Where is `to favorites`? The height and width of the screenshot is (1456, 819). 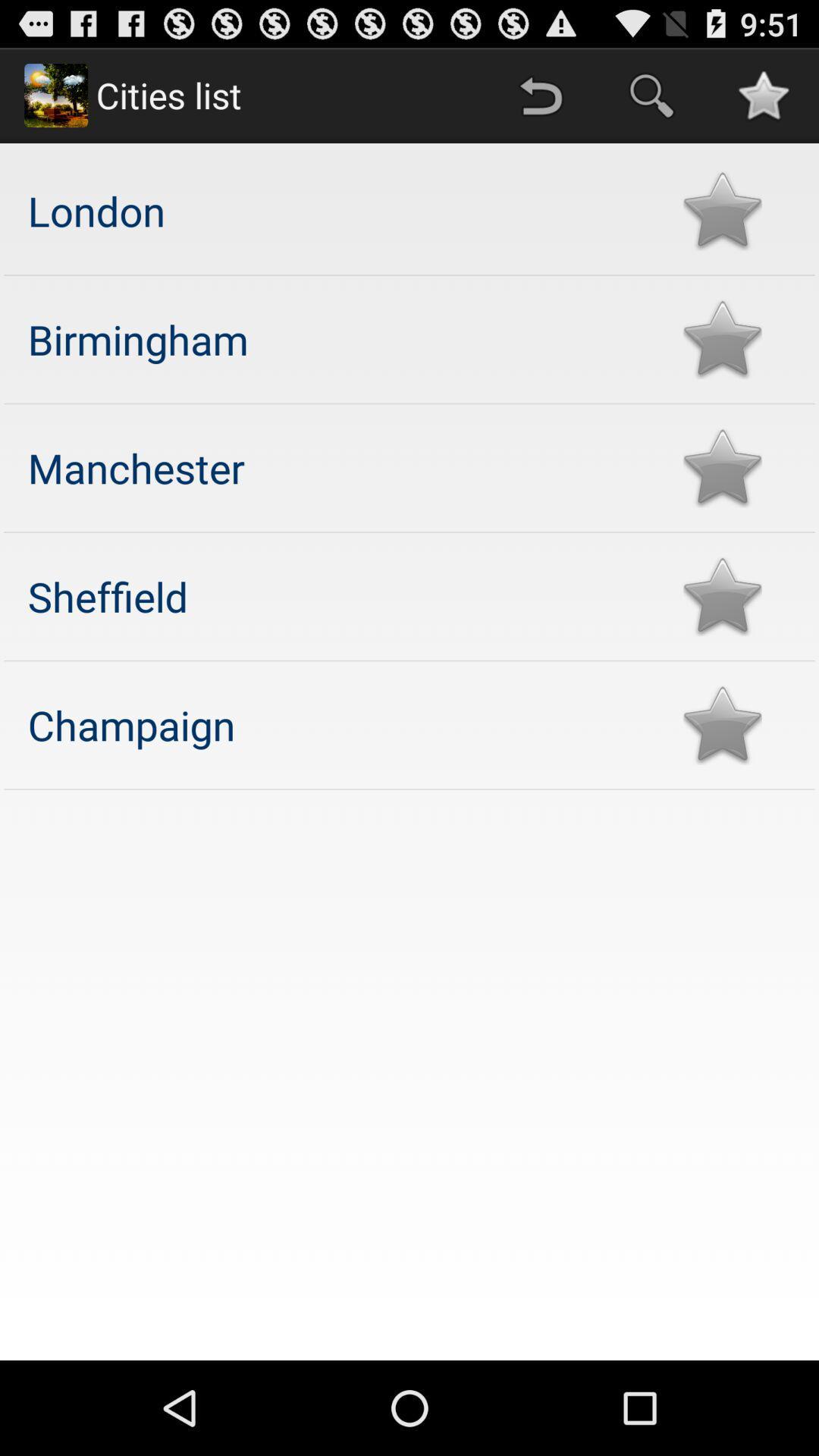
to favorites is located at coordinates (721, 338).